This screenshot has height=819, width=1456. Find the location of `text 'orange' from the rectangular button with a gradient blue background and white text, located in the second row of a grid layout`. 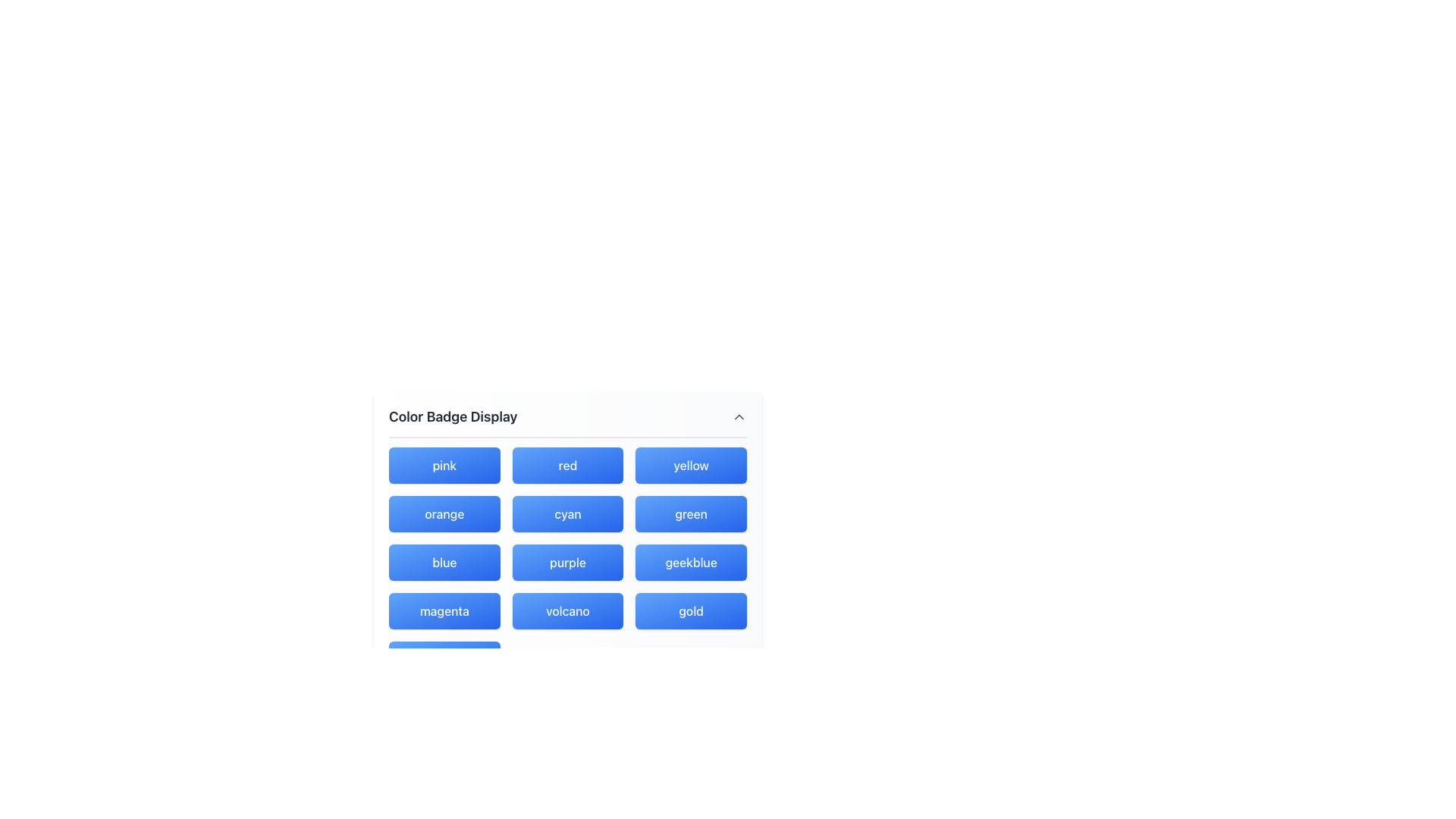

text 'orange' from the rectangular button with a gradient blue background and white text, located in the second row of a grid layout is located at coordinates (444, 513).